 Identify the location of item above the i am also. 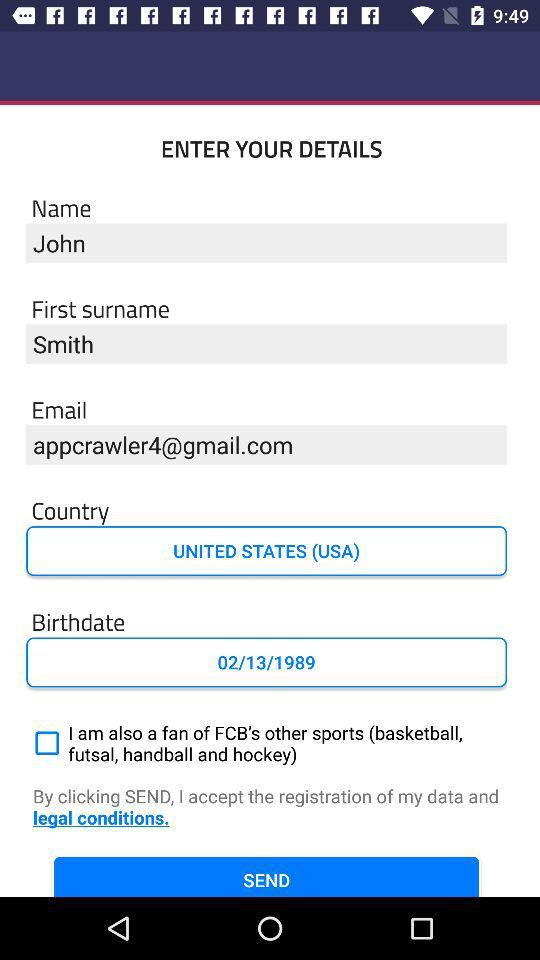
(266, 662).